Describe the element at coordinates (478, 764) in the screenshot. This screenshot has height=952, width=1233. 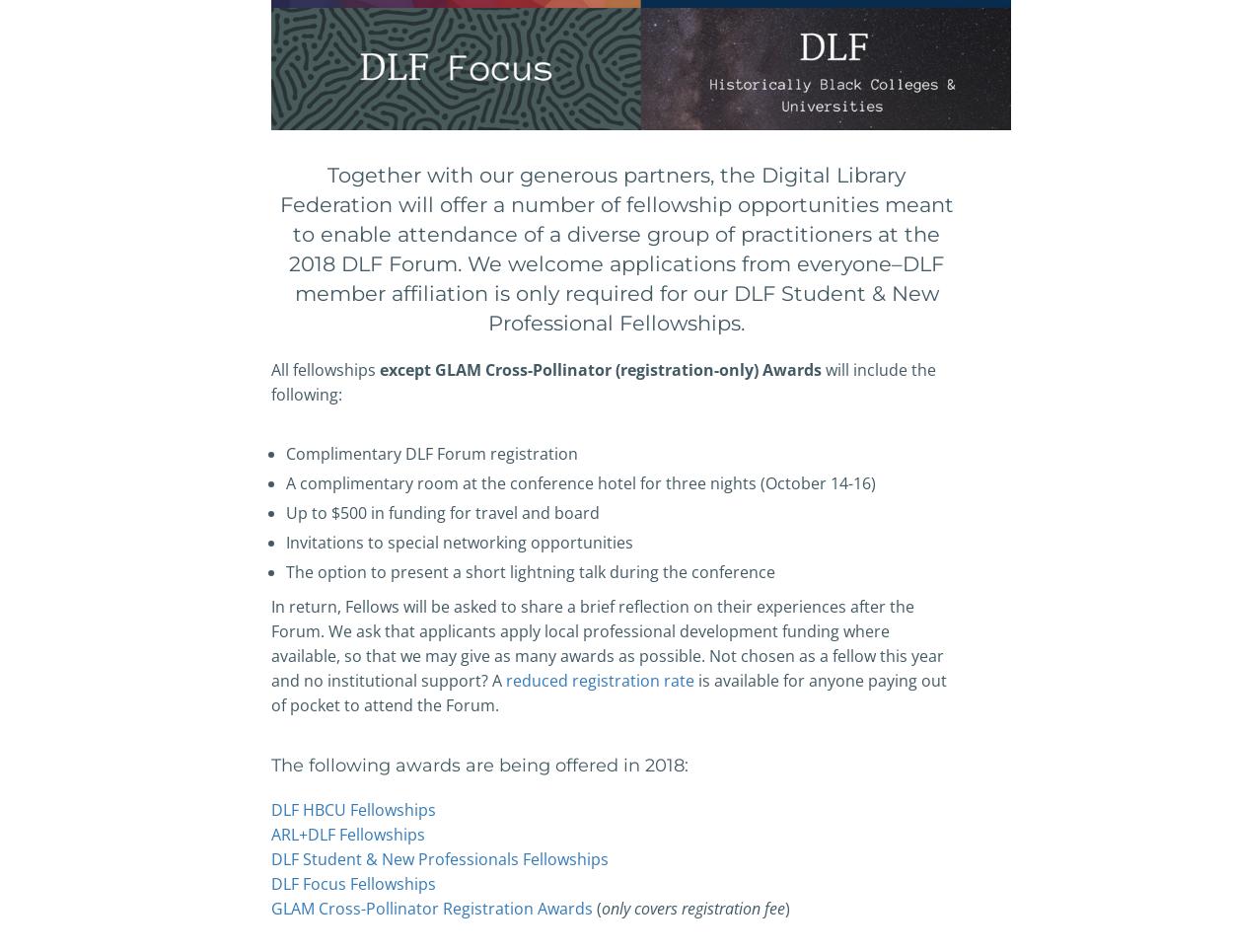
I see `'The following awards are being offered in 2018:'` at that location.